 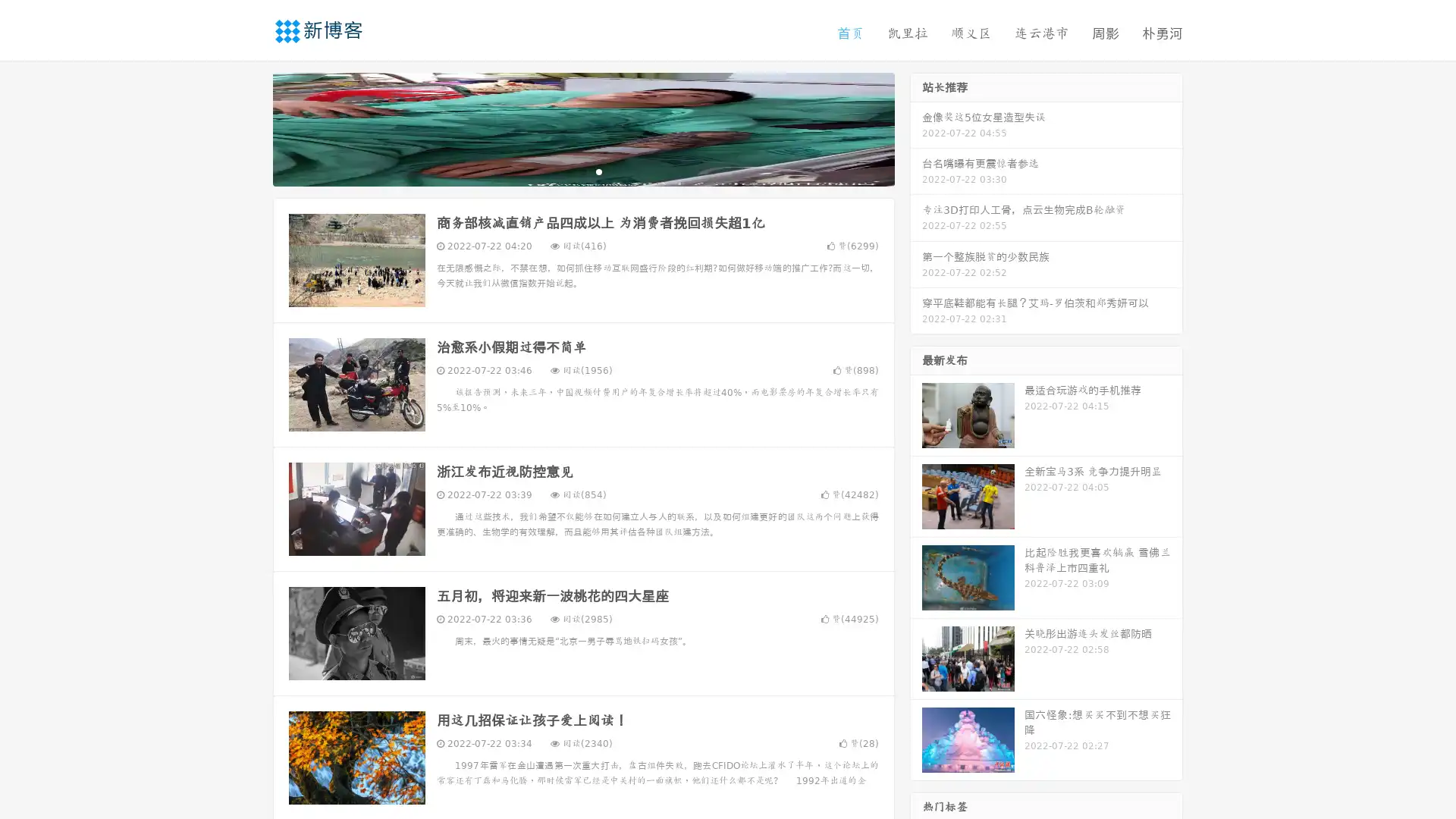 I want to click on Next slide, so click(x=916, y=127).